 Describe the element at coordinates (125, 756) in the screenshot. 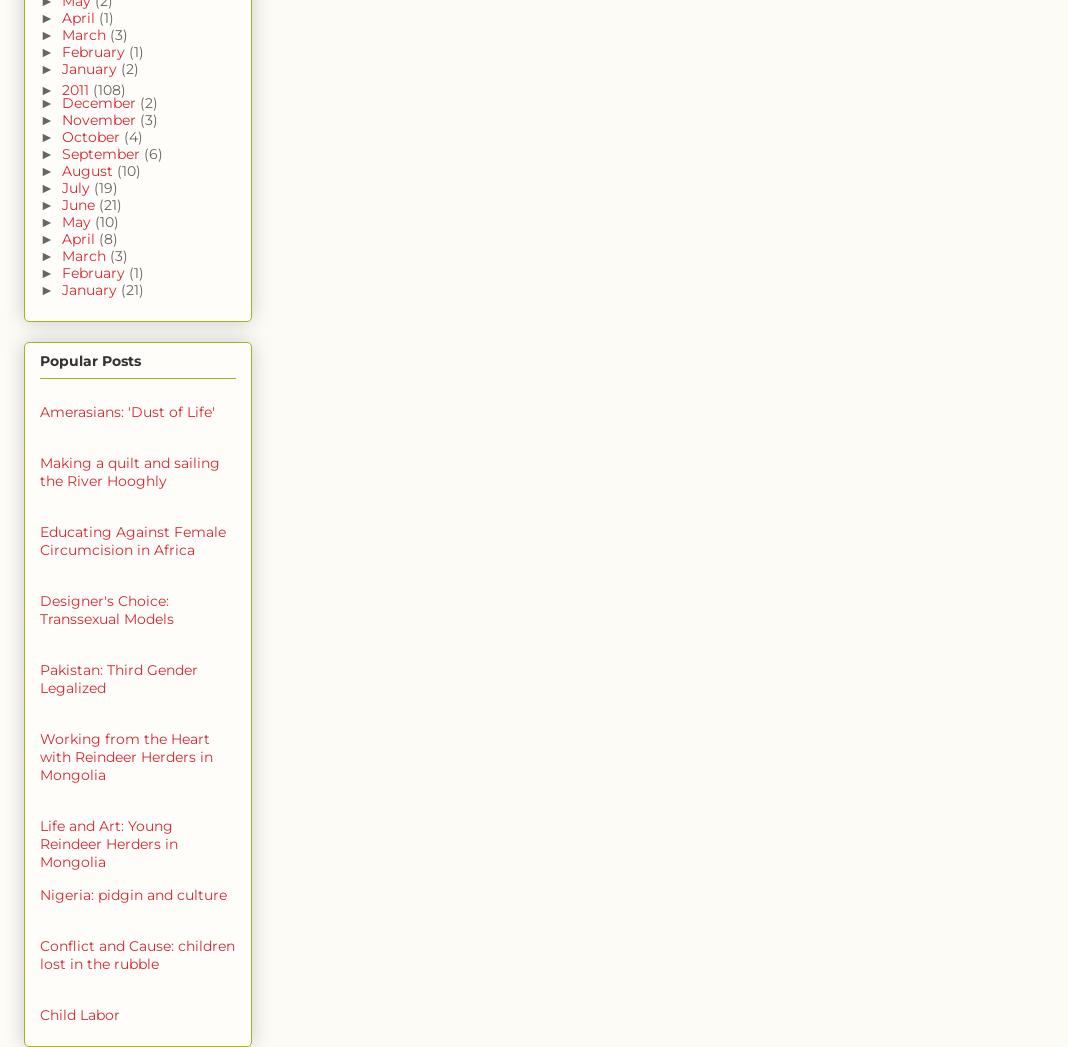

I see `'Working from the Heart with Reindeer Herders in Mongolia'` at that location.